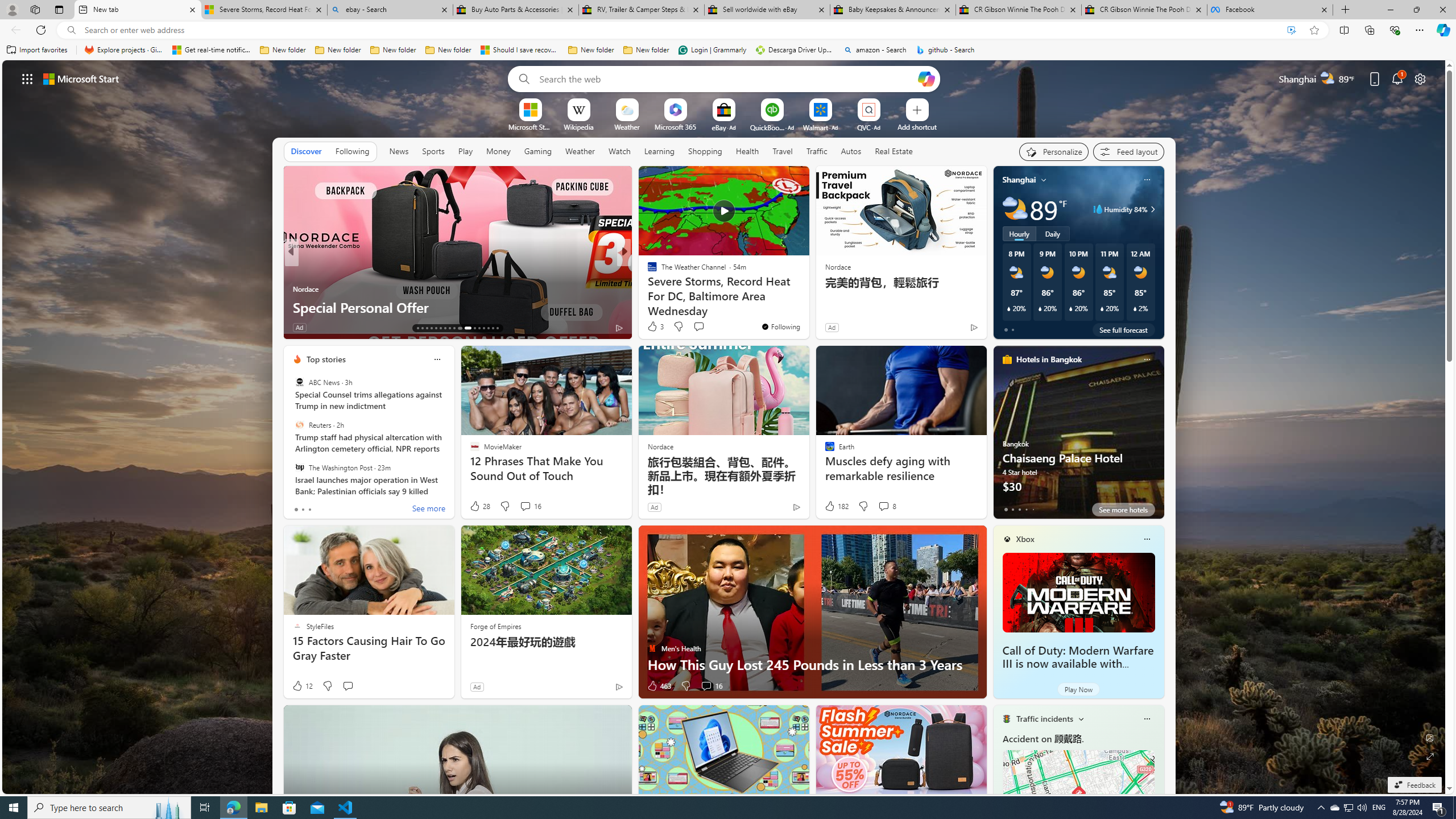 The width and height of the screenshot is (1456, 819). Describe the element at coordinates (1345, 9) in the screenshot. I see `'New Tab'` at that location.